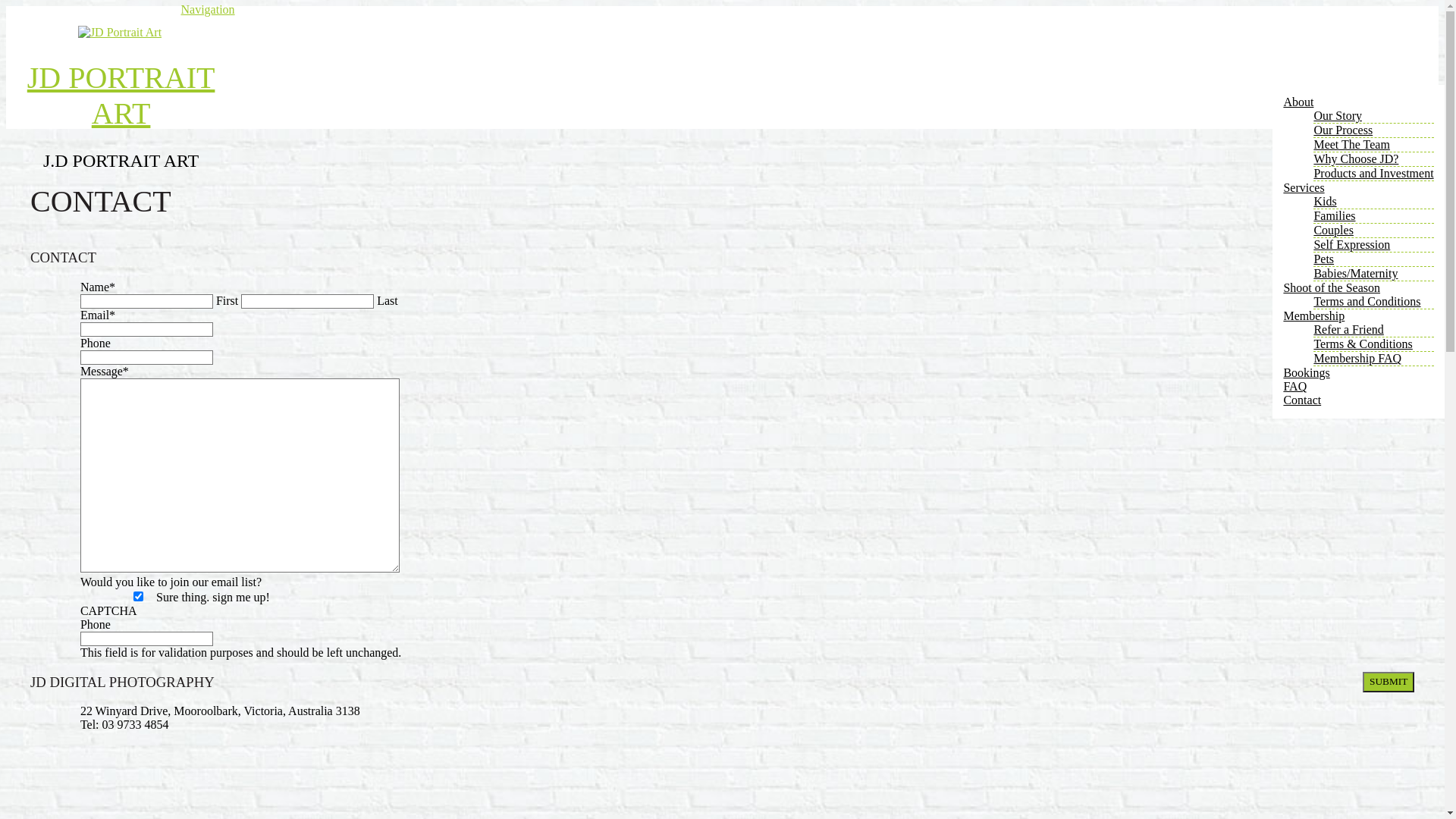  Describe the element at coordinates (119, 32) in the screenshot. I see `'Treat yourself...'` at that location.